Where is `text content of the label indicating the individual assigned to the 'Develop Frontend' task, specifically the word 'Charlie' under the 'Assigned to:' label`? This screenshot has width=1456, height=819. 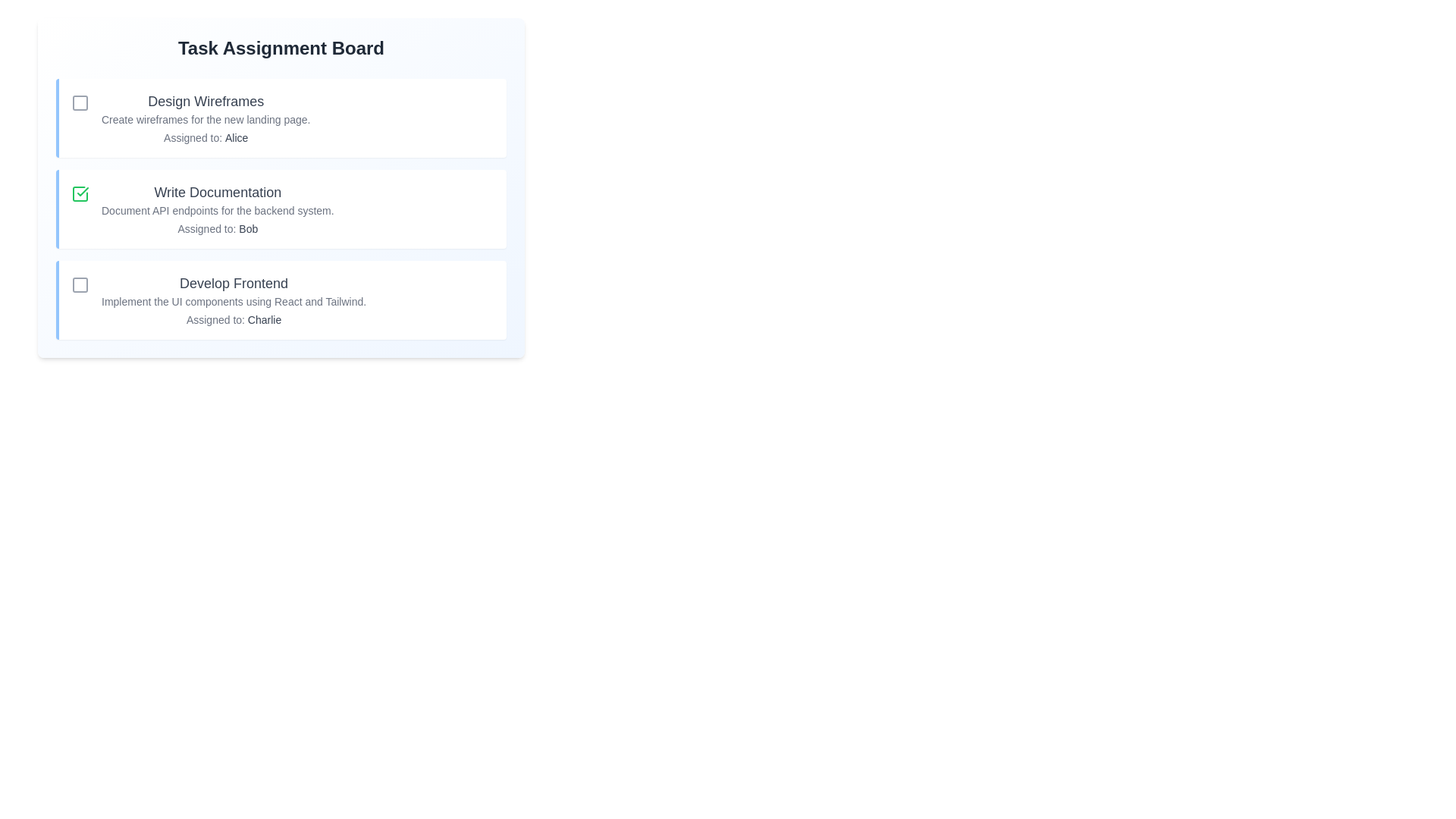
text content of the label indicating the individual assigned to the 'Develop Frontend' task, specifically the word 'Charlie' under the 'Assigned to:' label is located at coordinates (265, 318).